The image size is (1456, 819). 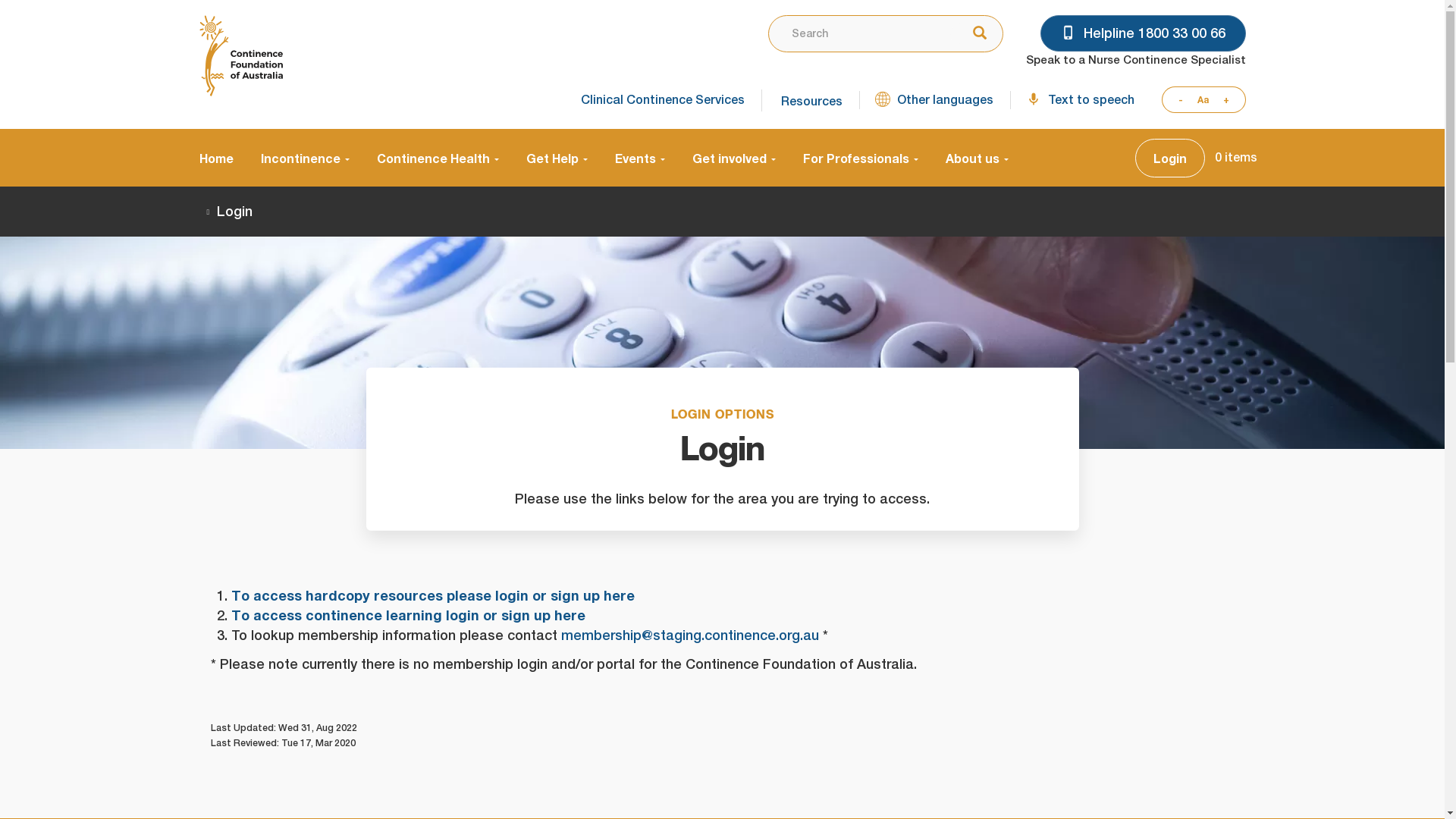 I want to click on 'Resources', so click(x=808, y=100).